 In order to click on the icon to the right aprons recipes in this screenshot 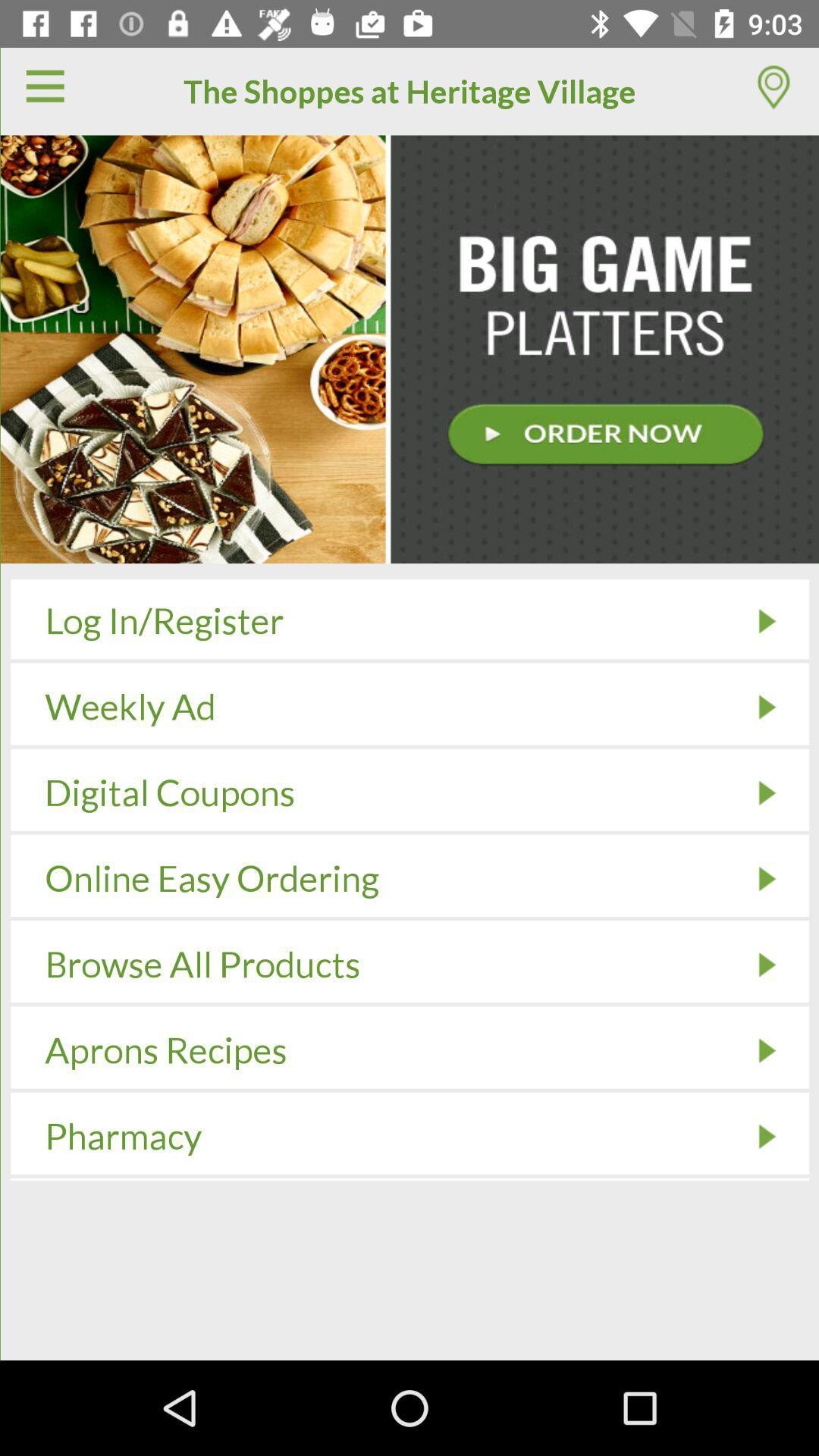, I will do `click(767, 1050)`.